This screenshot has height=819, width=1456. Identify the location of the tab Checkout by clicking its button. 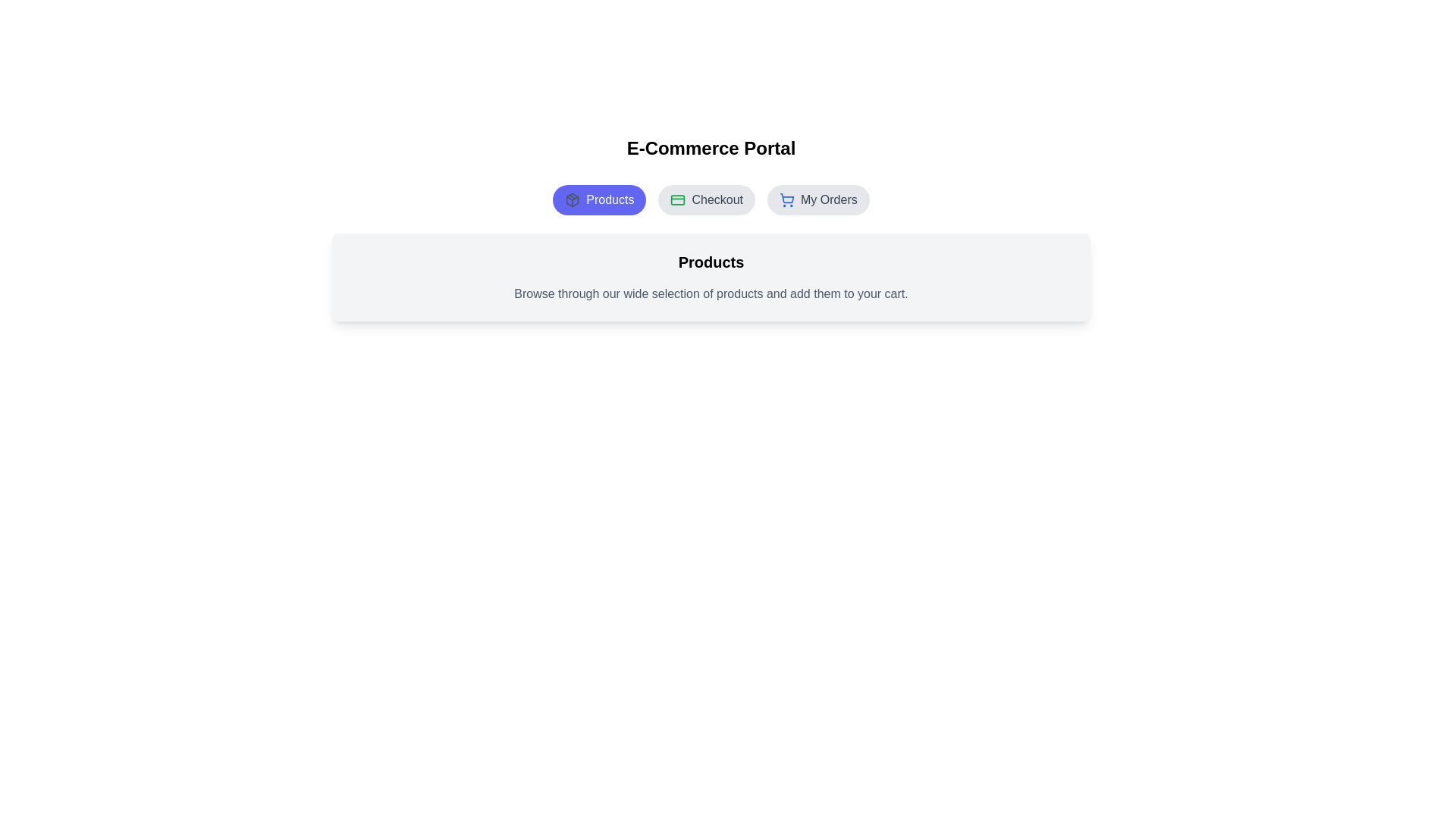
(706, 199).